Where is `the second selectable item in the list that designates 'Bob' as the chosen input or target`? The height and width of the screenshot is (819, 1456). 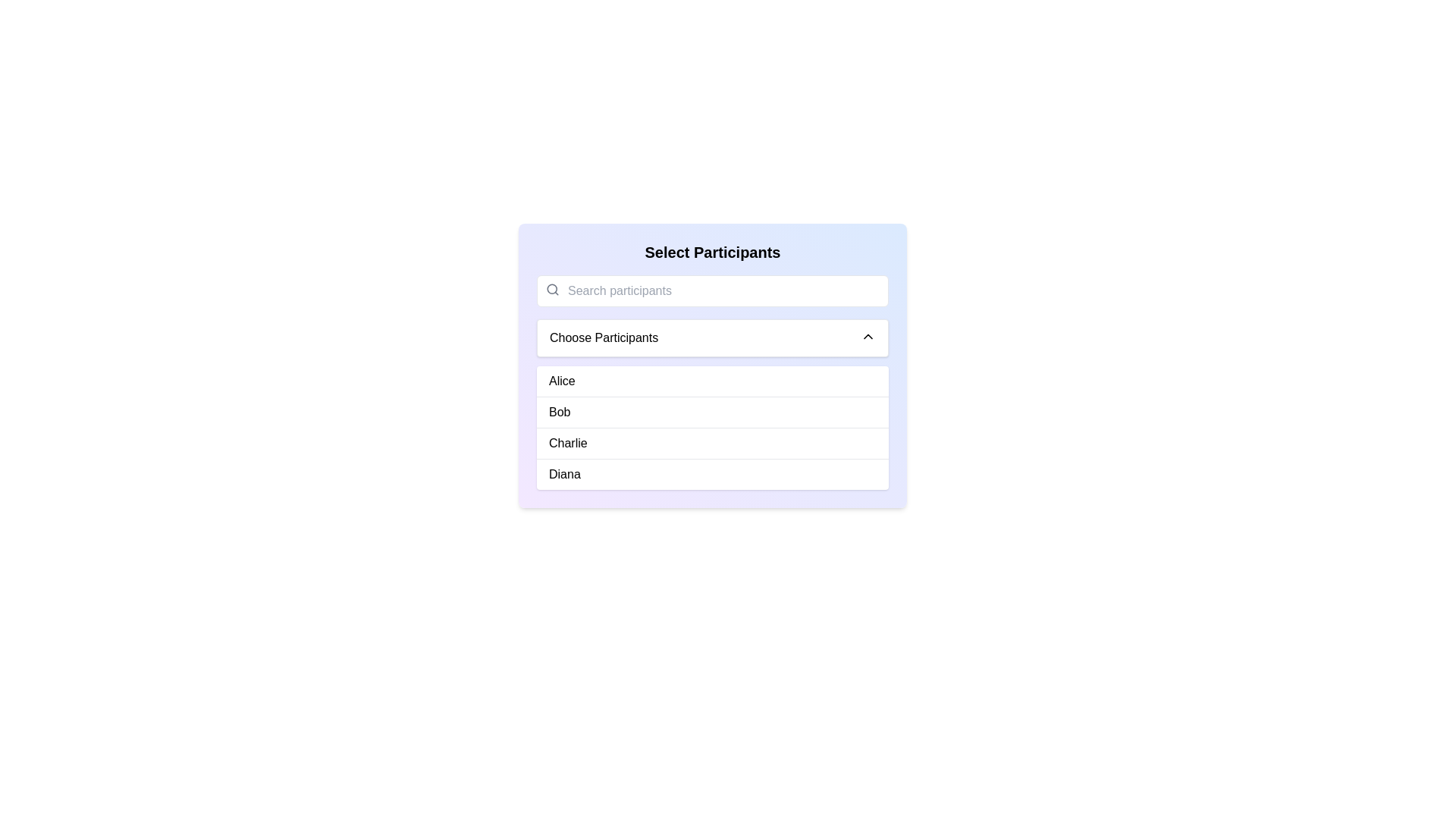 the second selectable item in the list that designates 'Bob' as the chosen input or target is located at coordinates (712, 412).